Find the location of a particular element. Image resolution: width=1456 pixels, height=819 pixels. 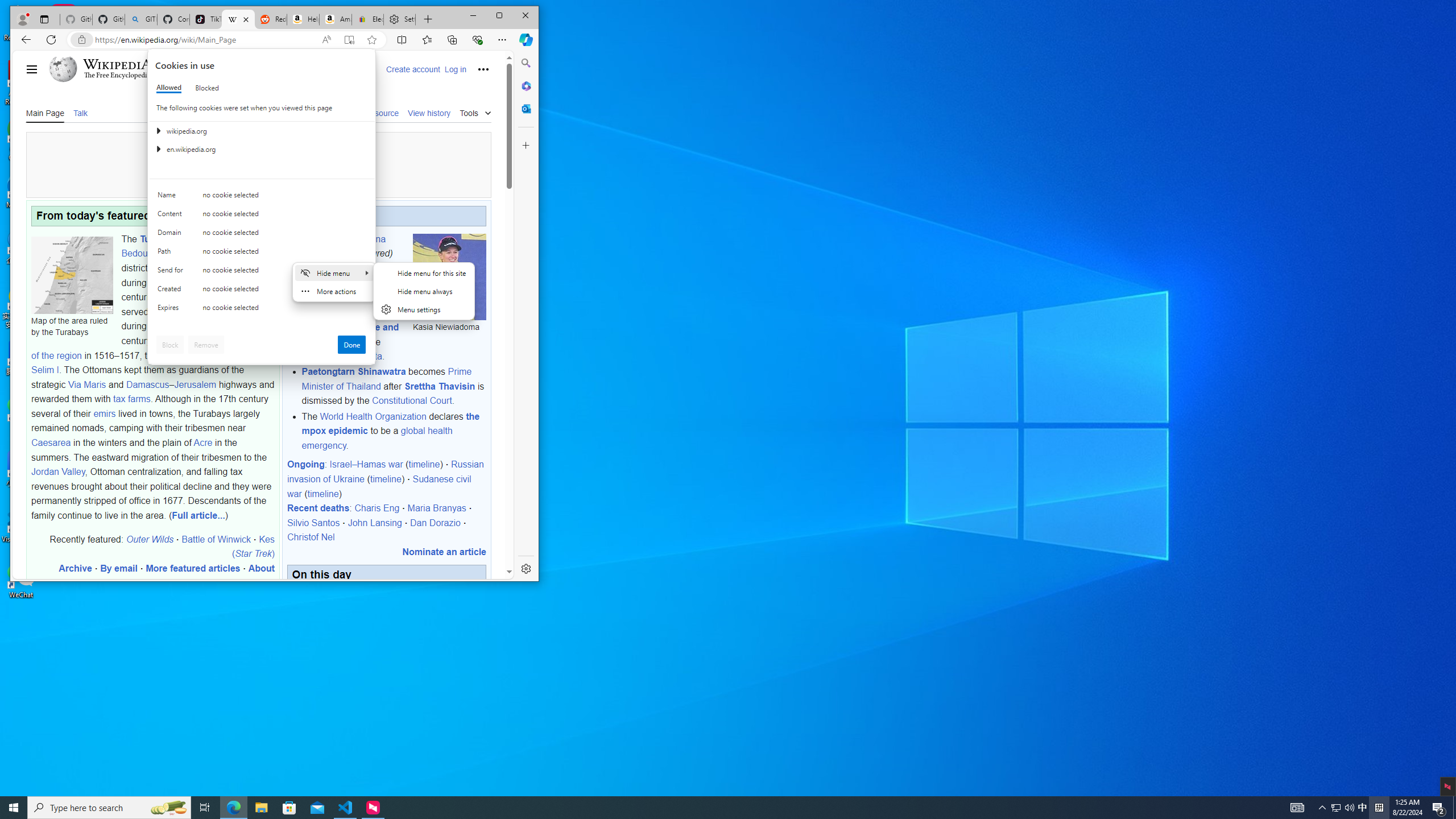

'Menu settings' is located at coordinates (424, 309).